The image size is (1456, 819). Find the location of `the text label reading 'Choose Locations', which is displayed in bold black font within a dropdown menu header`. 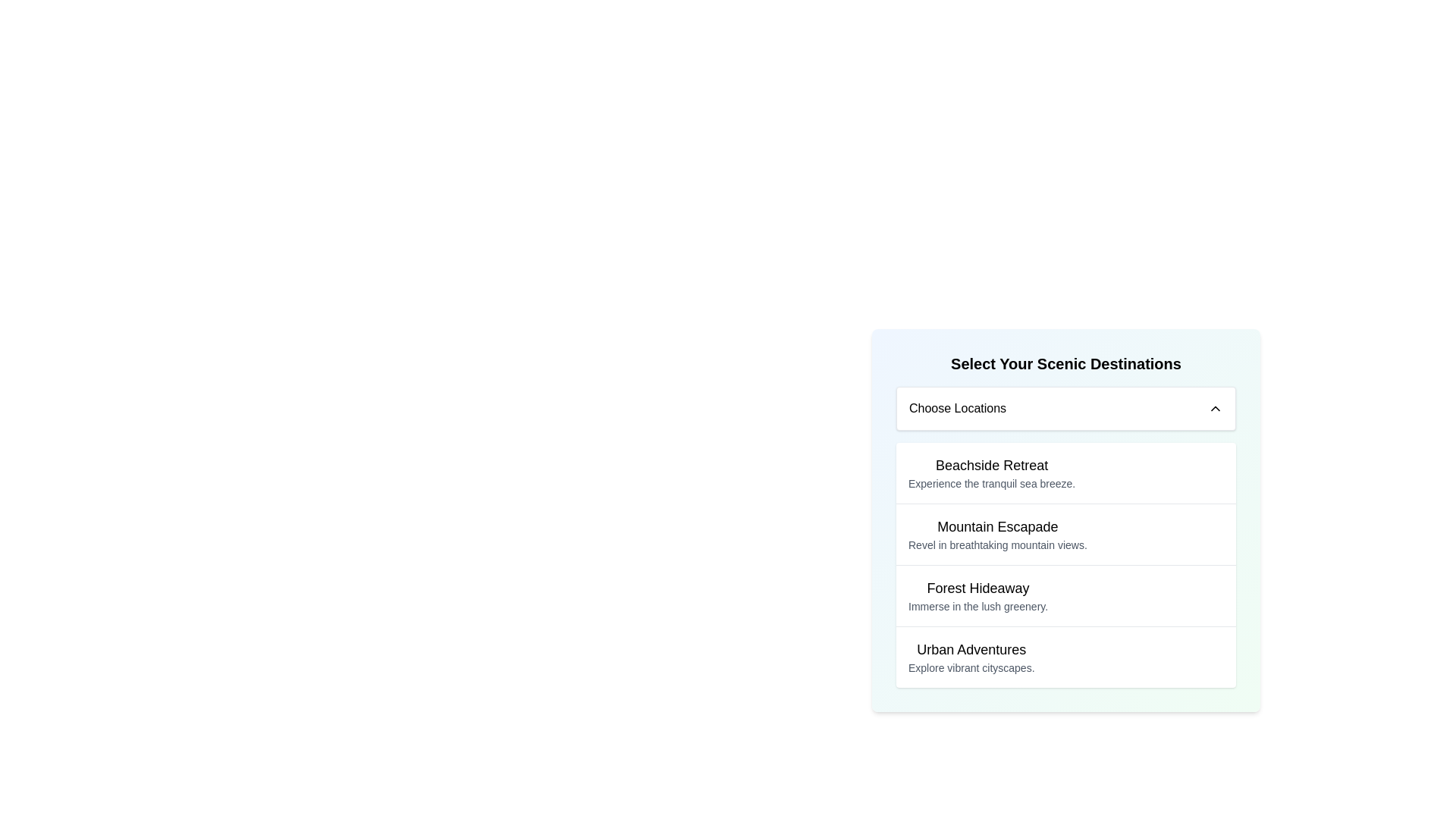

the text label reading 'Choose Locations', which is displayed in bold black font within a dropdown menu header is located at coordinates (956, 408).